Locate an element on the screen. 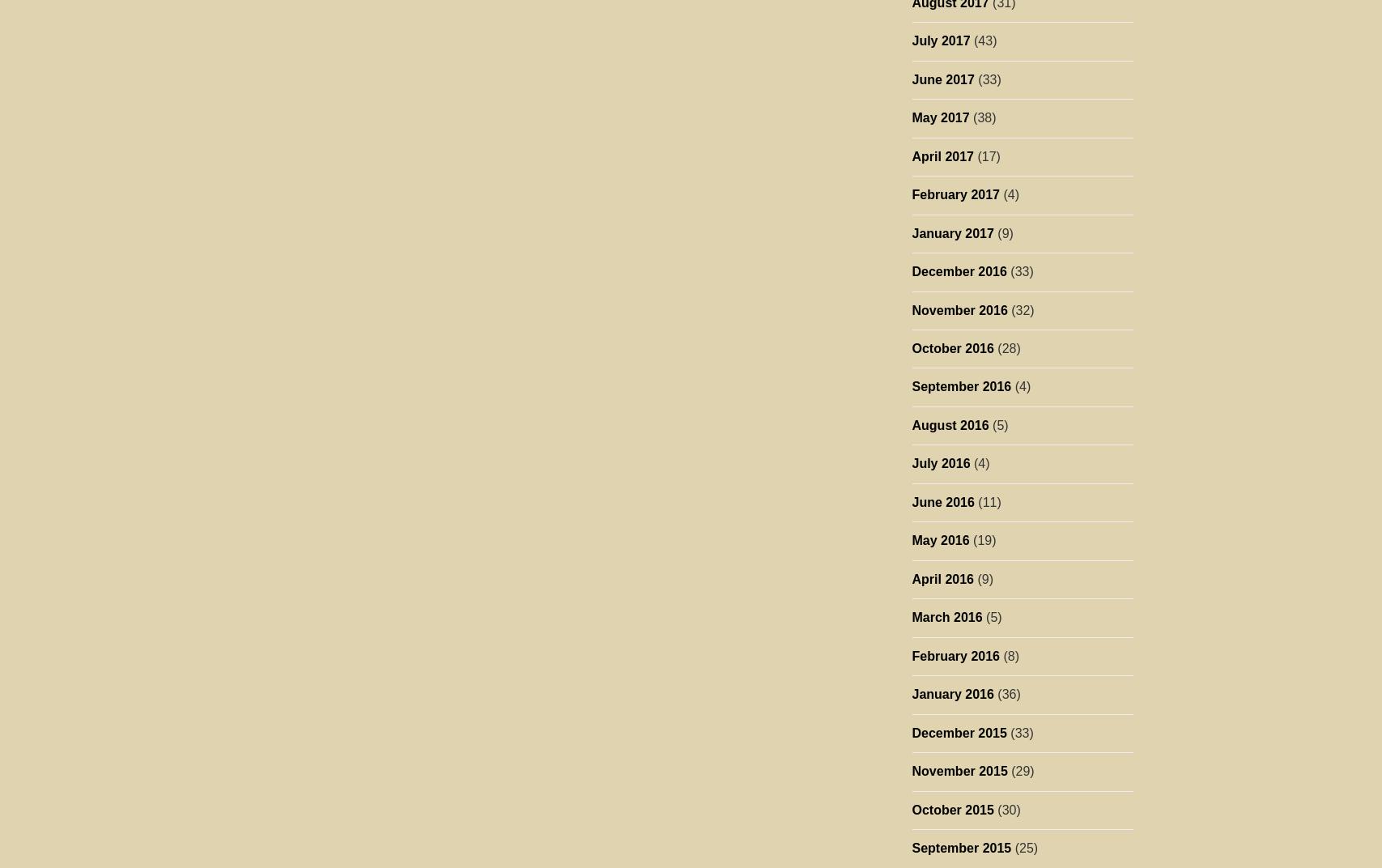 The width and height of the screenshot is (1382, 868). '(17)' is located at coordinates (985, 155).